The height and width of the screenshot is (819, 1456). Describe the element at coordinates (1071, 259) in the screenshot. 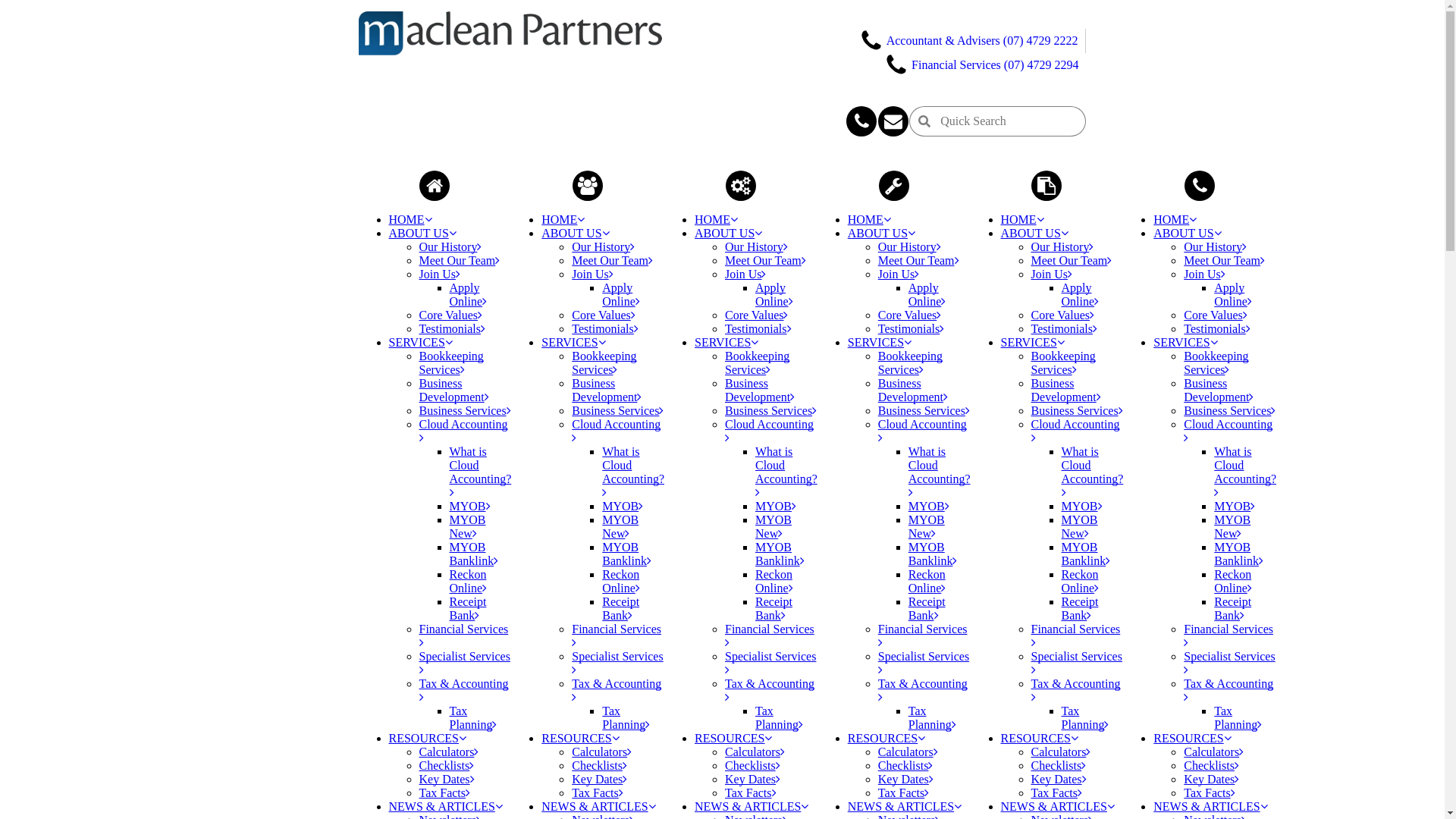

I see `'Meet Our Team'` at that location.